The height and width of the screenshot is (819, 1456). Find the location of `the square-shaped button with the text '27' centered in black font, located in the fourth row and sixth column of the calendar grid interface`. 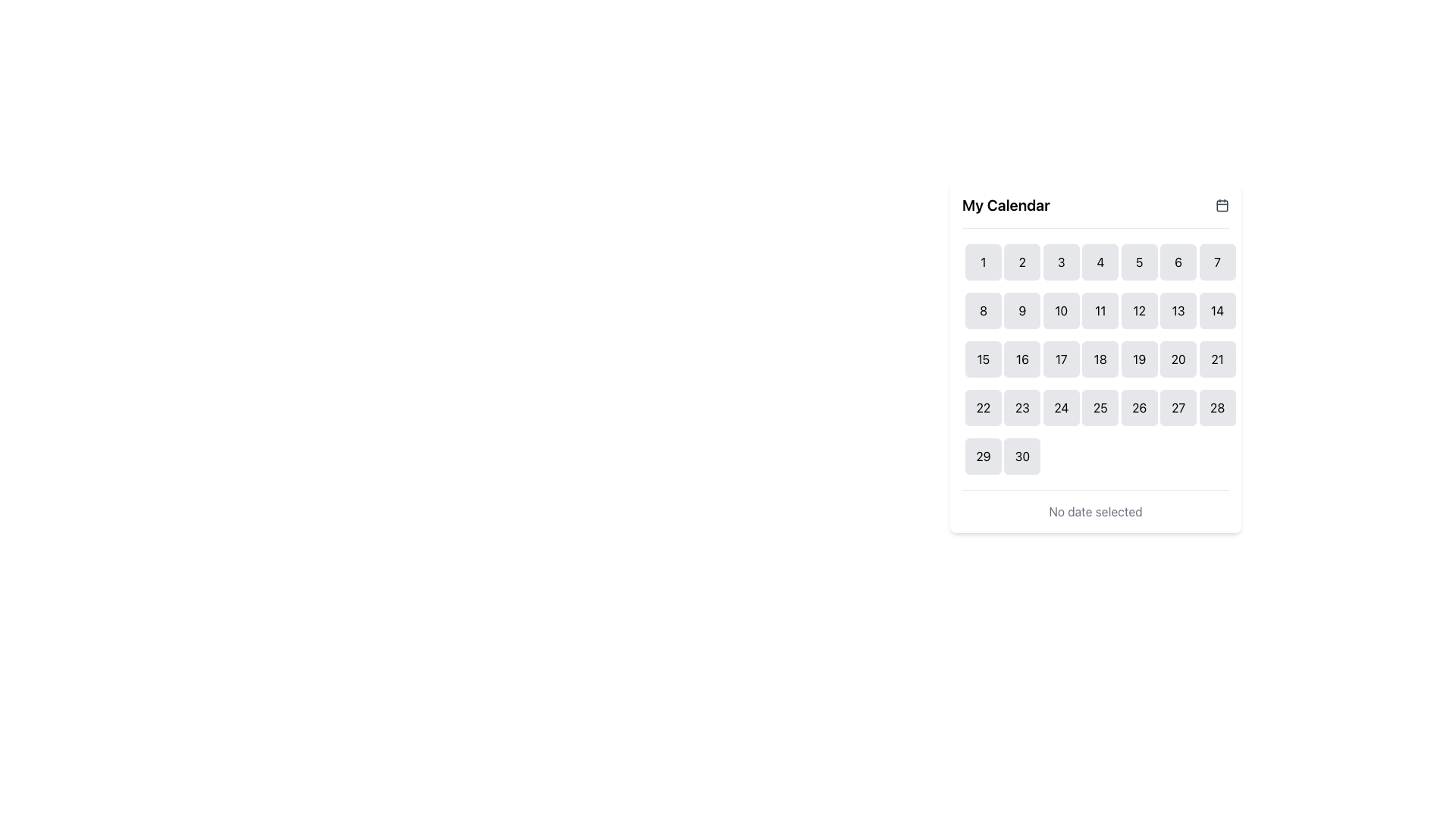

the square-shaped button with the text '27' centered in black font, located in the fourth row and sixth column of the calendar grid interface is located at coordinates (1178, 406).